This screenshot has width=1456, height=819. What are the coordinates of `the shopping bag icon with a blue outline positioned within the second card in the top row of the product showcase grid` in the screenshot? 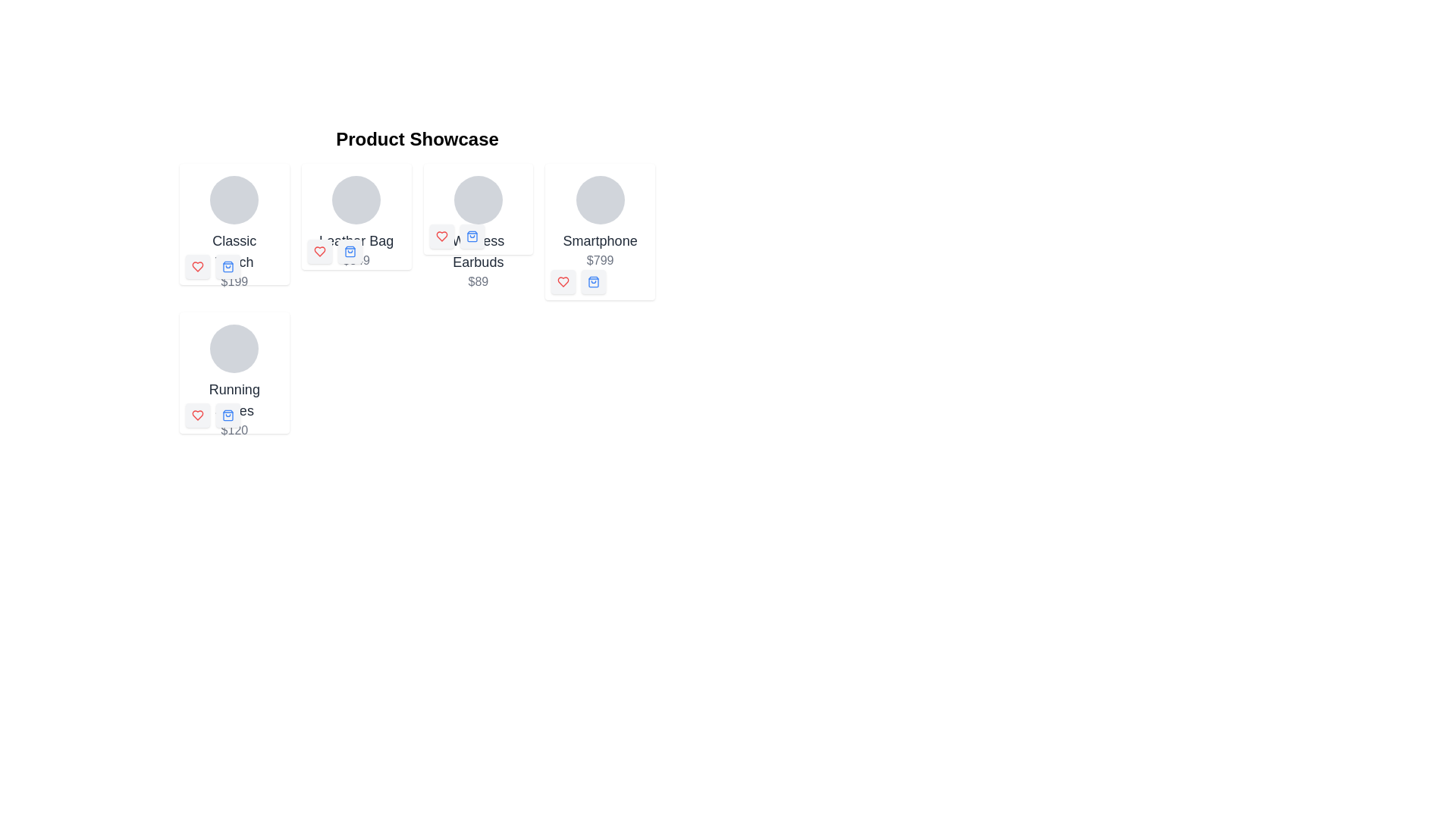 It's located at (227, 265).